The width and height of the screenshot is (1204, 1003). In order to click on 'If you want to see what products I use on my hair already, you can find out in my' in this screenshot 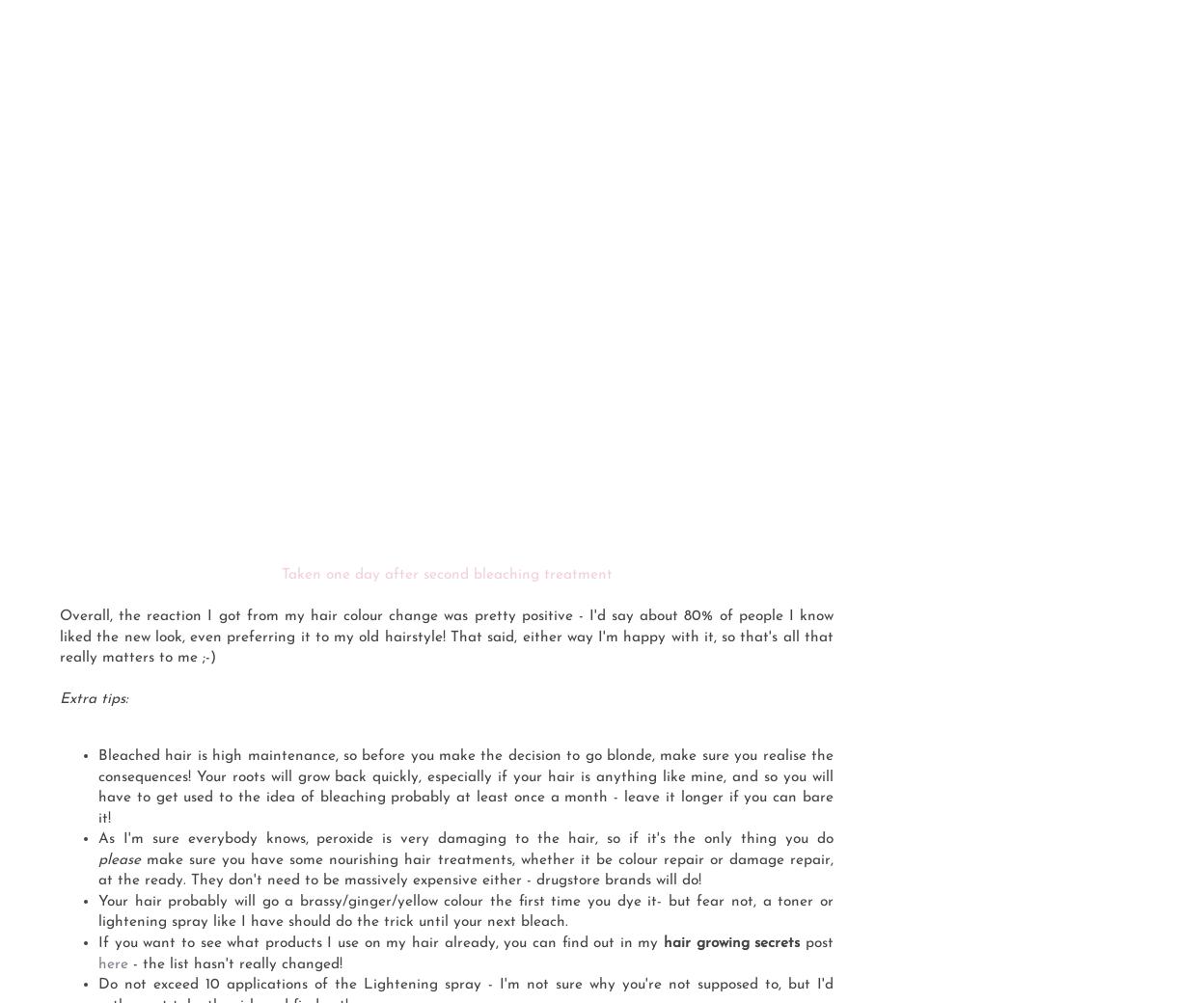, I will do `click(379, 943)`.